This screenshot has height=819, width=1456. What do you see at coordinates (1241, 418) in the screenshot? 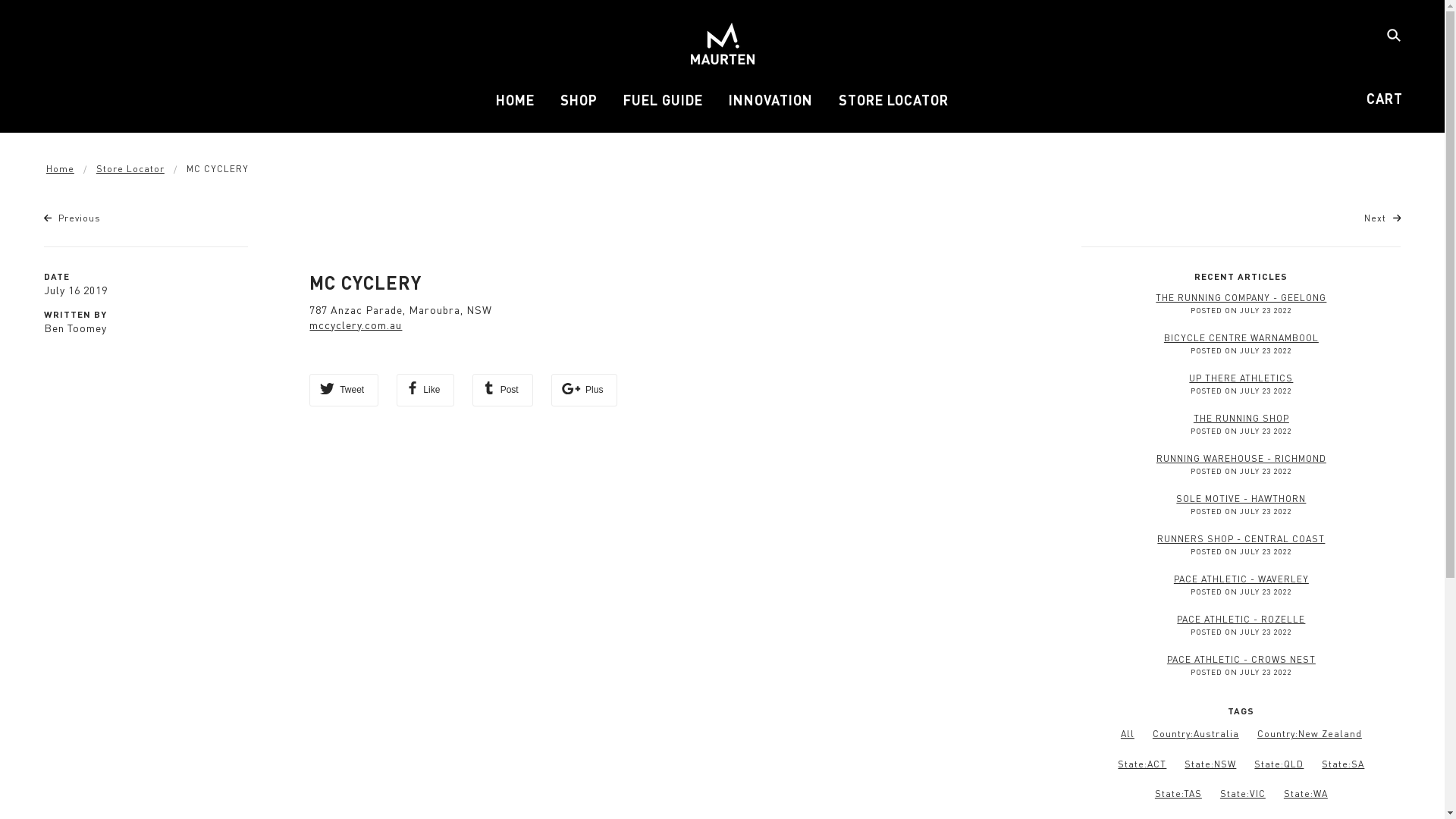
I see `'THE RUNNING SHOP'` at bounding box center [1241, 418].